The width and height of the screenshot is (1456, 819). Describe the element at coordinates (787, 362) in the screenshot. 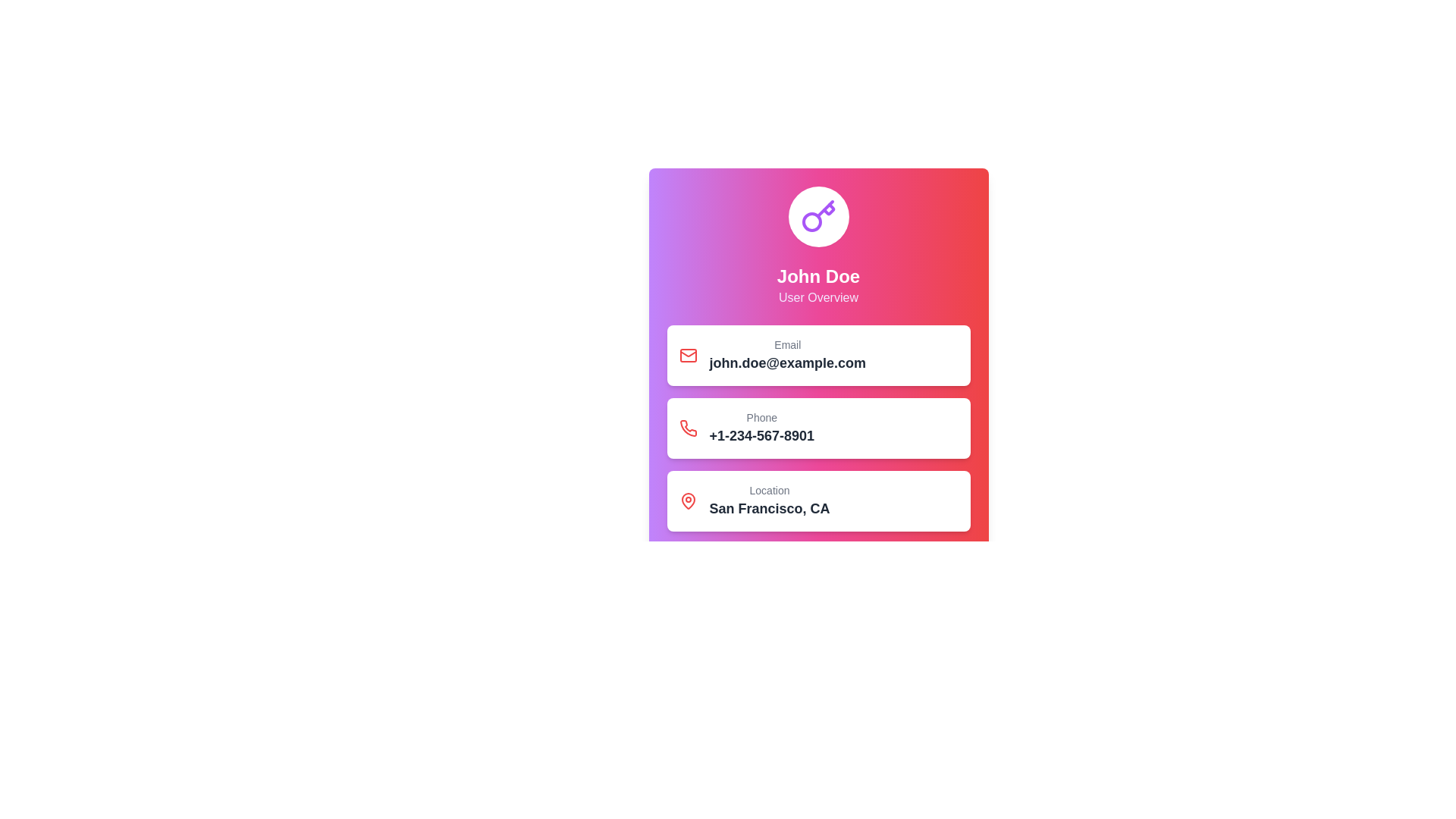

I see `the static text displaying the user's email address, which is positioned below the 'Email' label and is the first content element in a vertical list structure` at that location.